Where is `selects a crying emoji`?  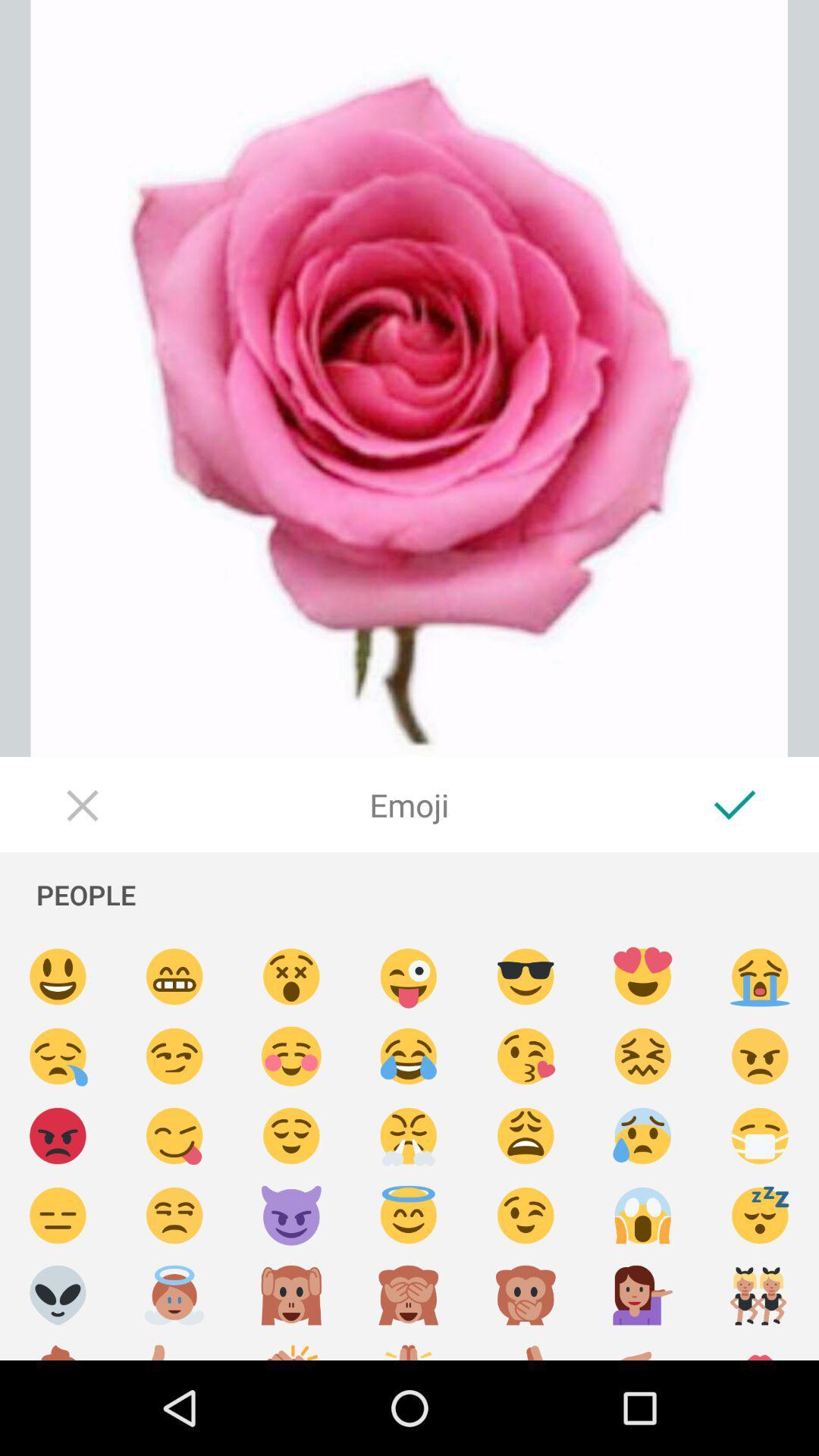
selects a crying emoji is located at coordinates (57, 1056).